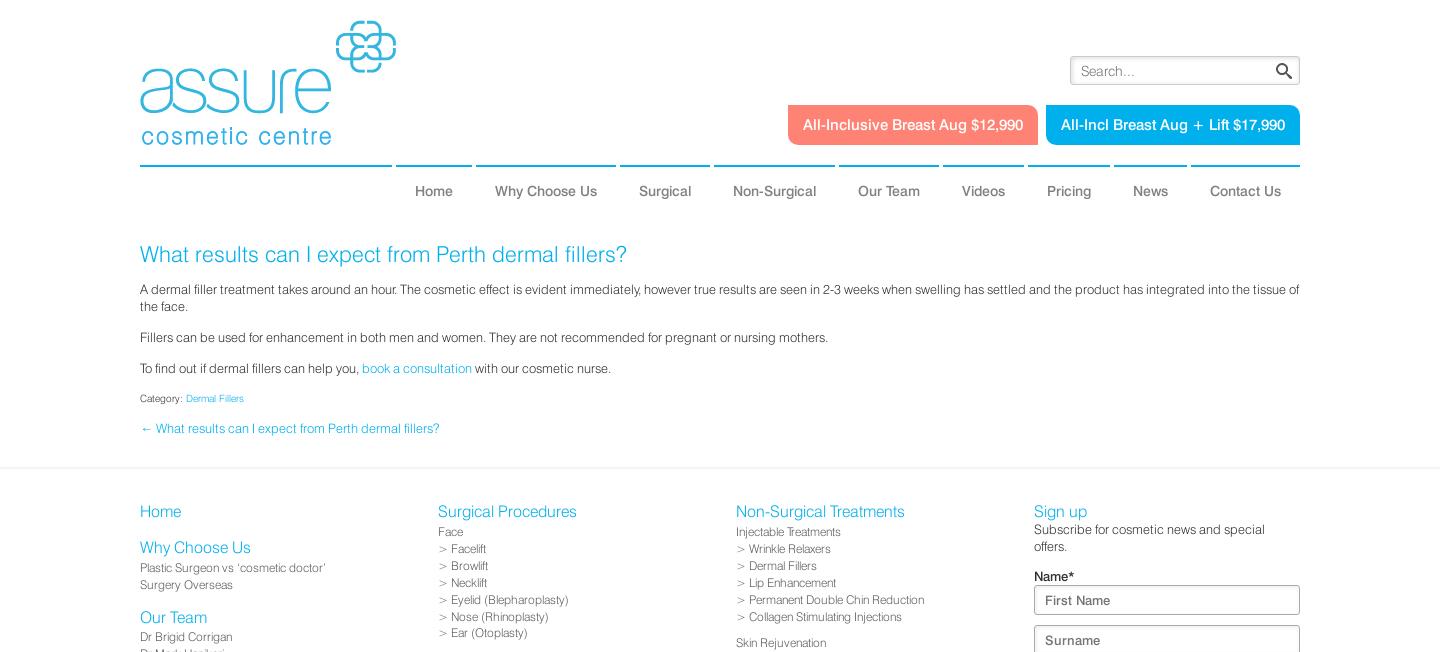 The image size is (1440, 652). What do you see at coordinates (162, 397) in the screenshot?
I see `'Category:'` at bounding box center [162, 397].